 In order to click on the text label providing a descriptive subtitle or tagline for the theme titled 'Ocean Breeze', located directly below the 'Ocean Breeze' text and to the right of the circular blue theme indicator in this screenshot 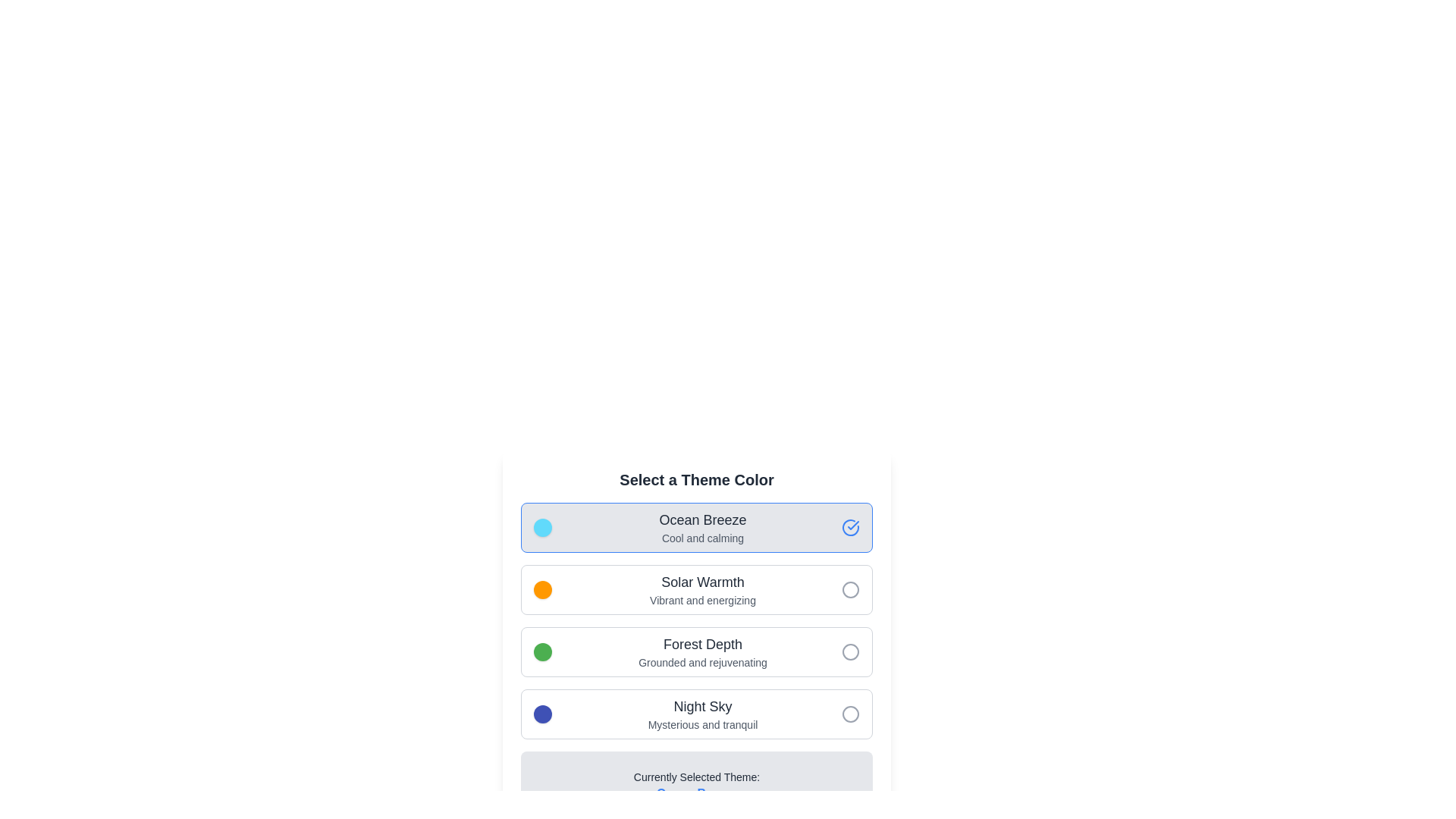, I will do `click(701, 537)`.